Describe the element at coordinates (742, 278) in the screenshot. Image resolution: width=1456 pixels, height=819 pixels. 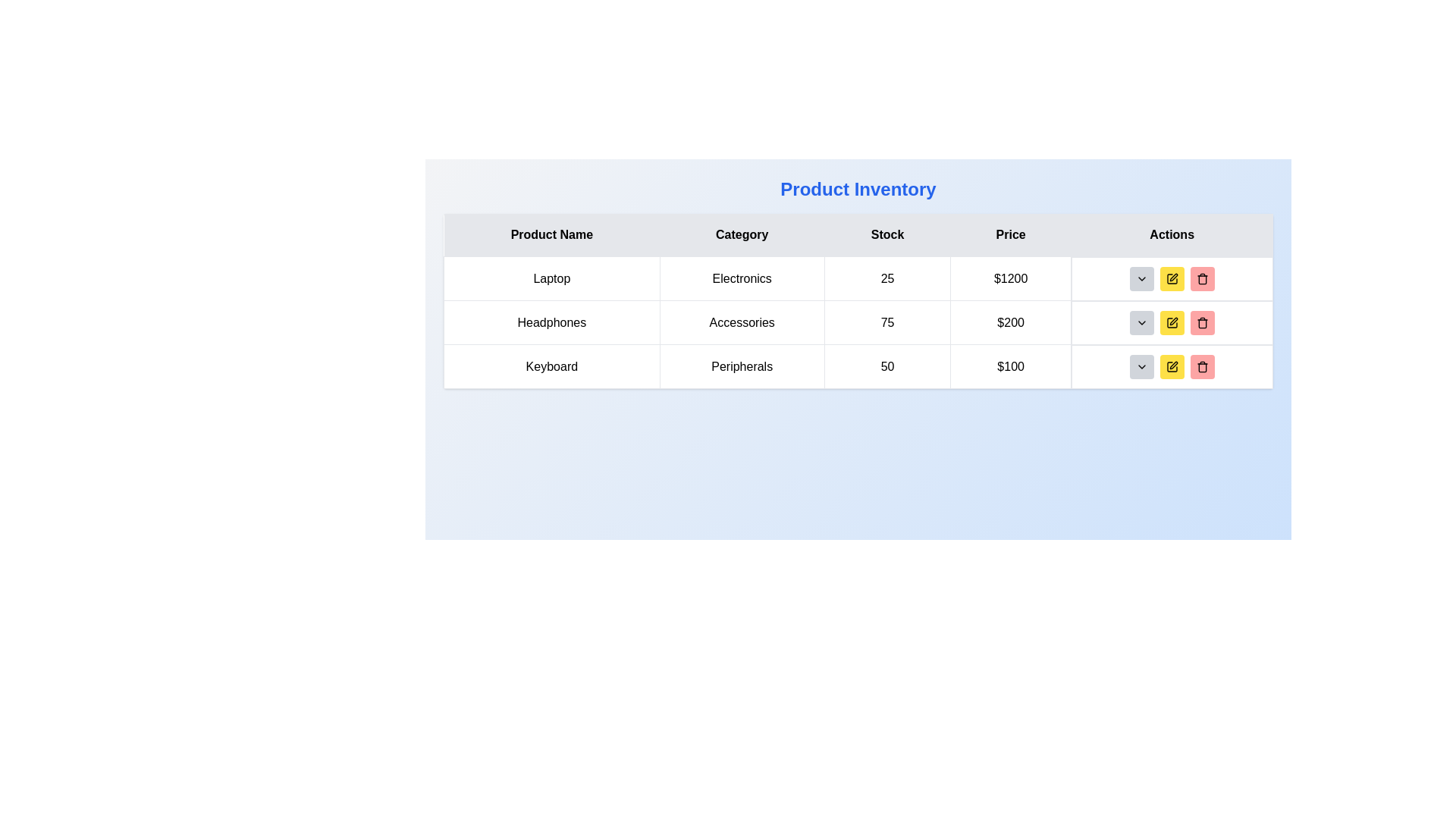
I see `the table cell that labels the product category as 'Electronics' in the 'Product Inventory' table` at that location.